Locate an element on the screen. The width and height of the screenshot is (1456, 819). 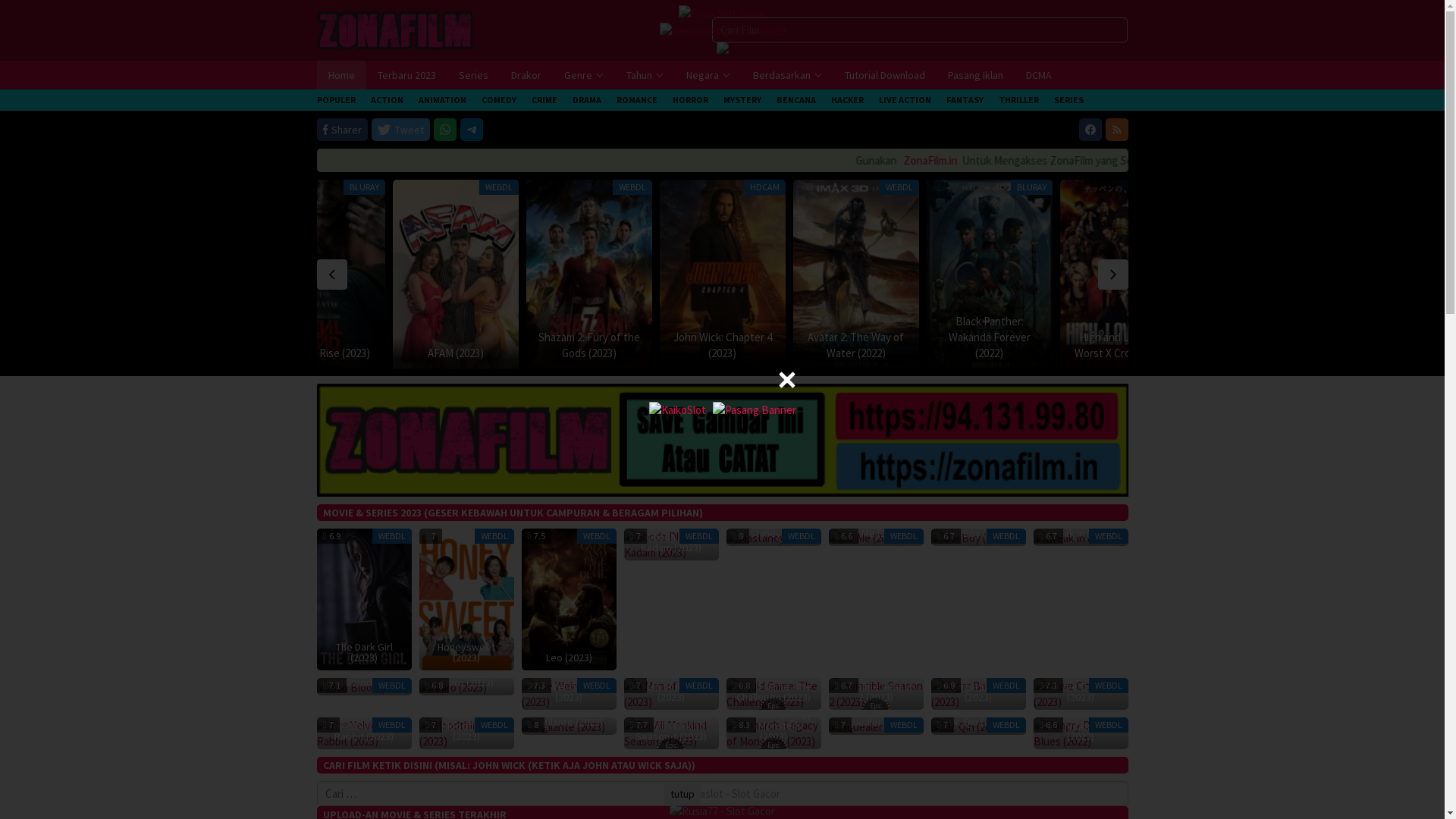
'Invincible Season 2 (2023)' is located at coordinates (875, 693).